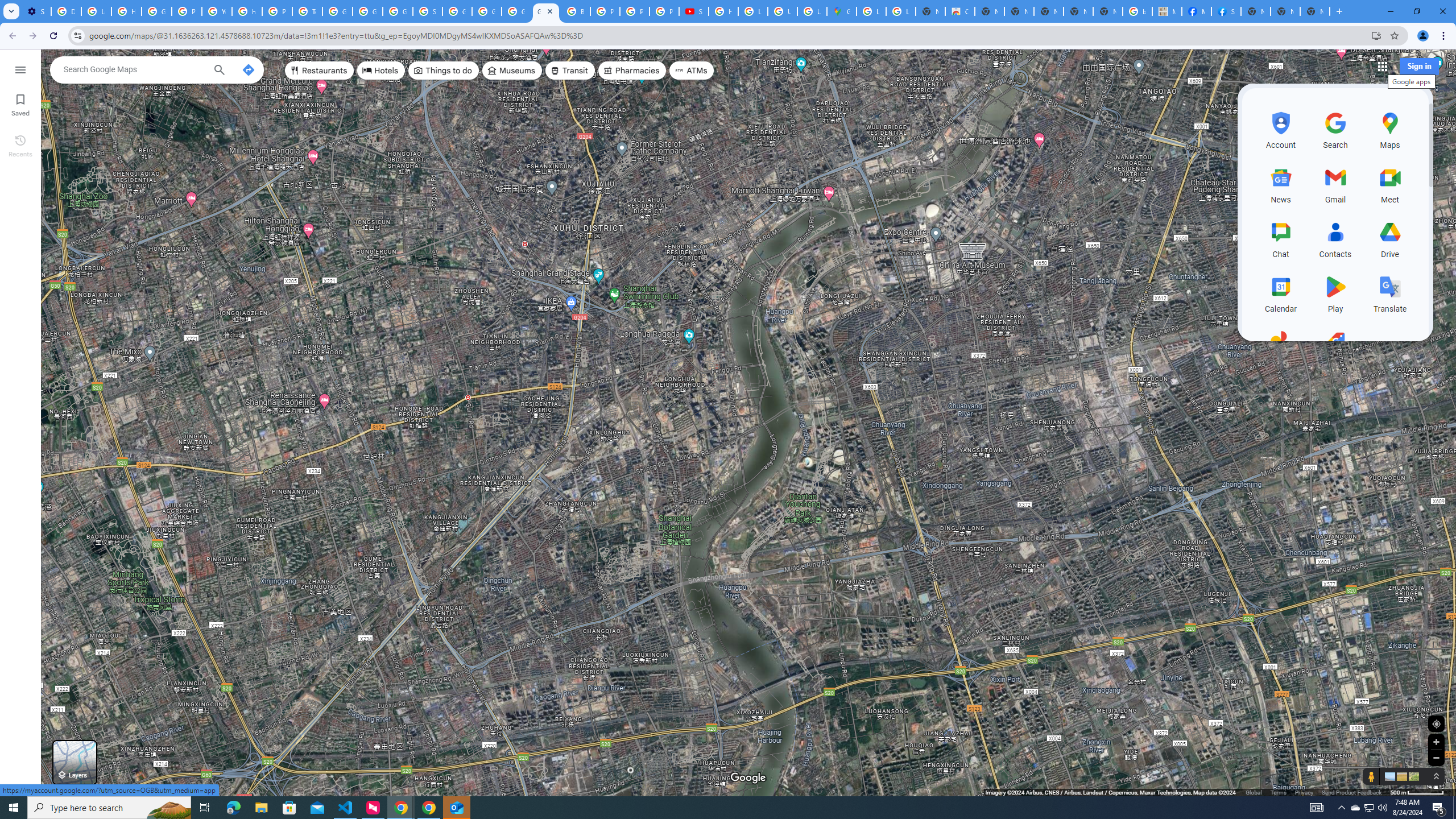 The width and height of the screenshot is (1456, 819). Describe the element at coordinates (575, 11) in the screenshot. I see `'Blogger Policies and Guidelines - Transparency Center'` at that location.